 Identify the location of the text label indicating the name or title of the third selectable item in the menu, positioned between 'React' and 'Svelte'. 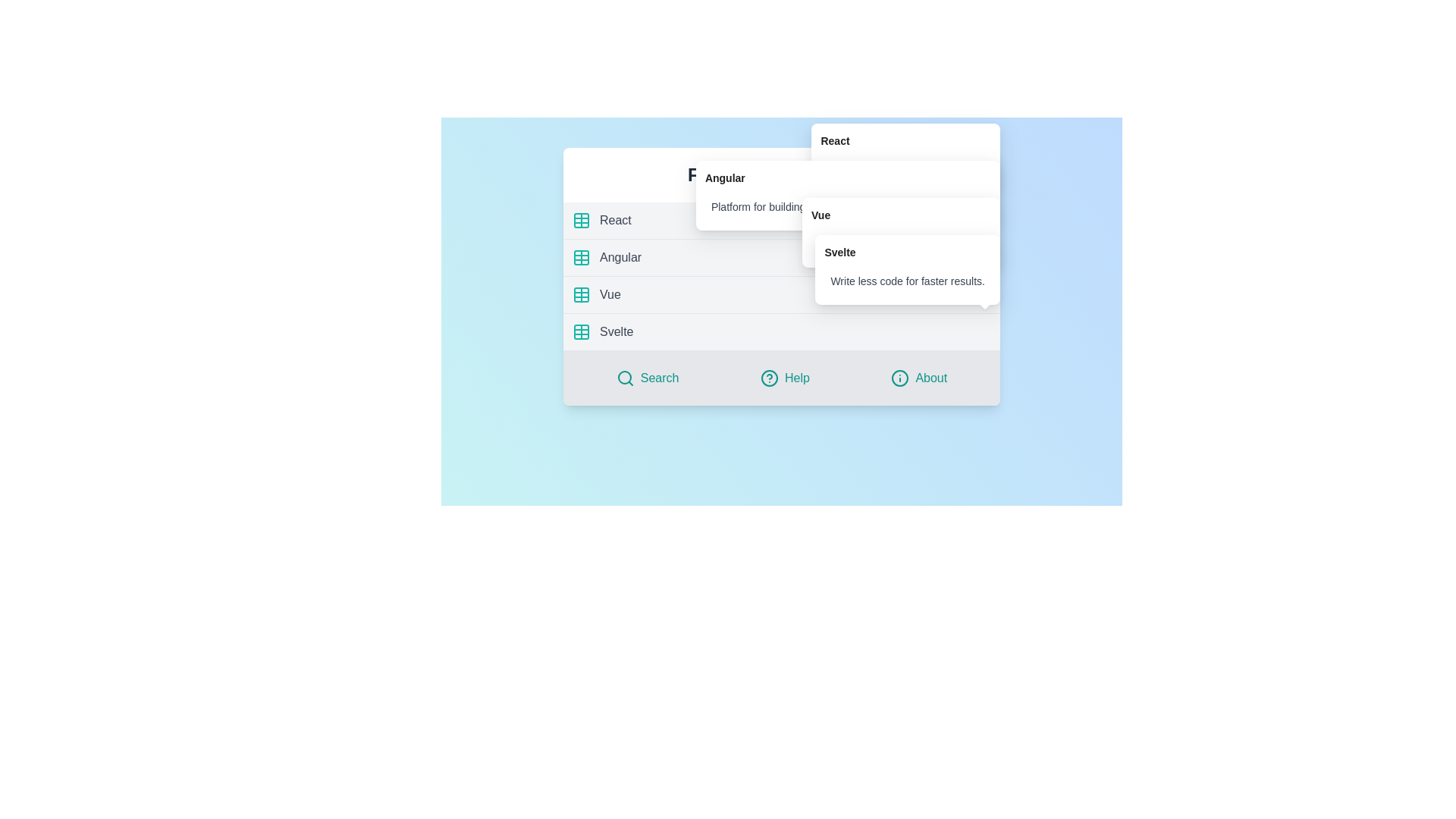
(610, 295).